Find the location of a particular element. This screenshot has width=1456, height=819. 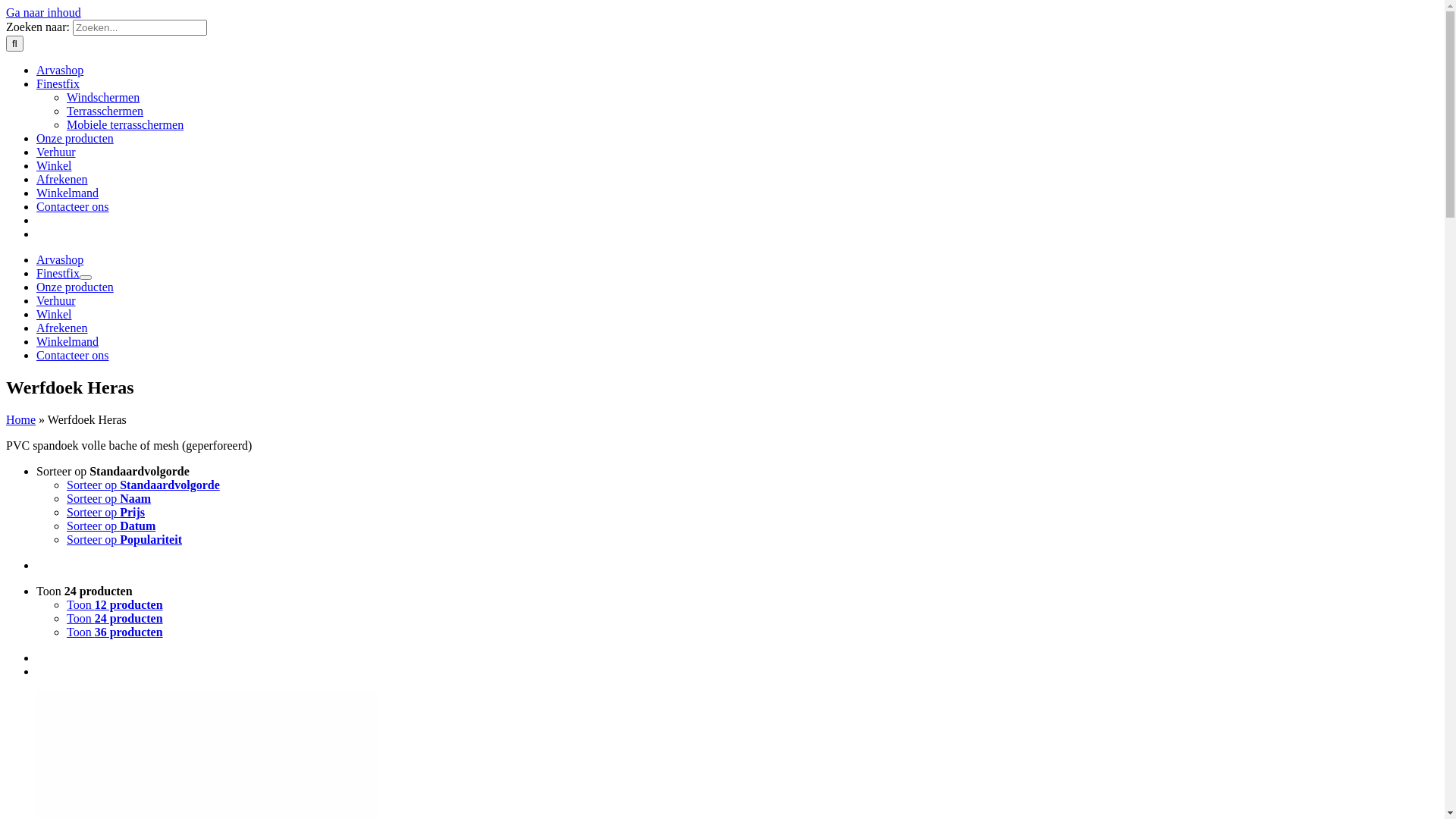

'Sorteer op Prijs' is located at coordinates (105, 512).